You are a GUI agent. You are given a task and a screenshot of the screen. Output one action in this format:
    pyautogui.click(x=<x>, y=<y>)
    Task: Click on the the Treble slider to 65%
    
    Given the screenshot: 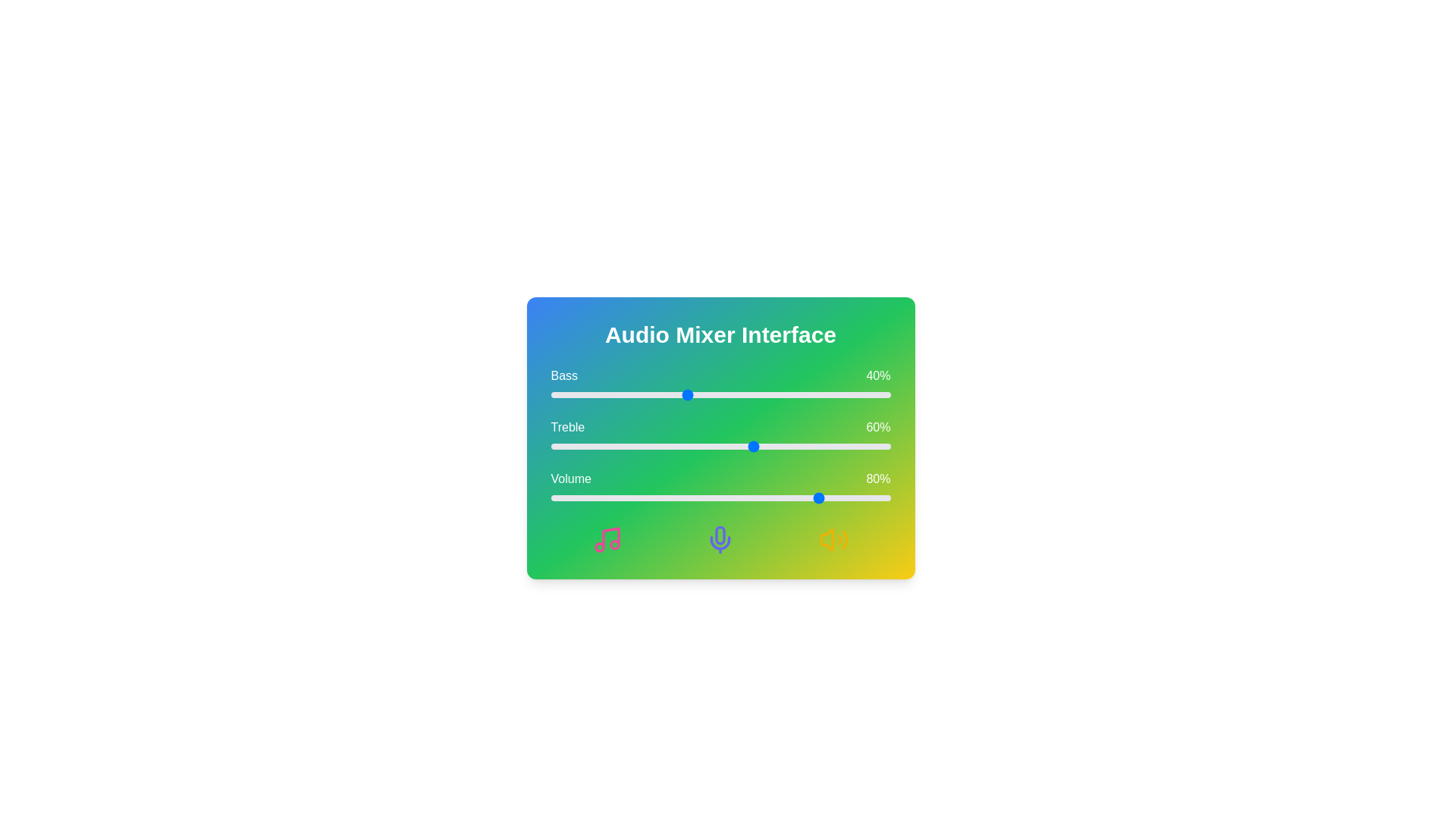 What is the action you would take?
    pyautogui.click(x=771, y=446)
    